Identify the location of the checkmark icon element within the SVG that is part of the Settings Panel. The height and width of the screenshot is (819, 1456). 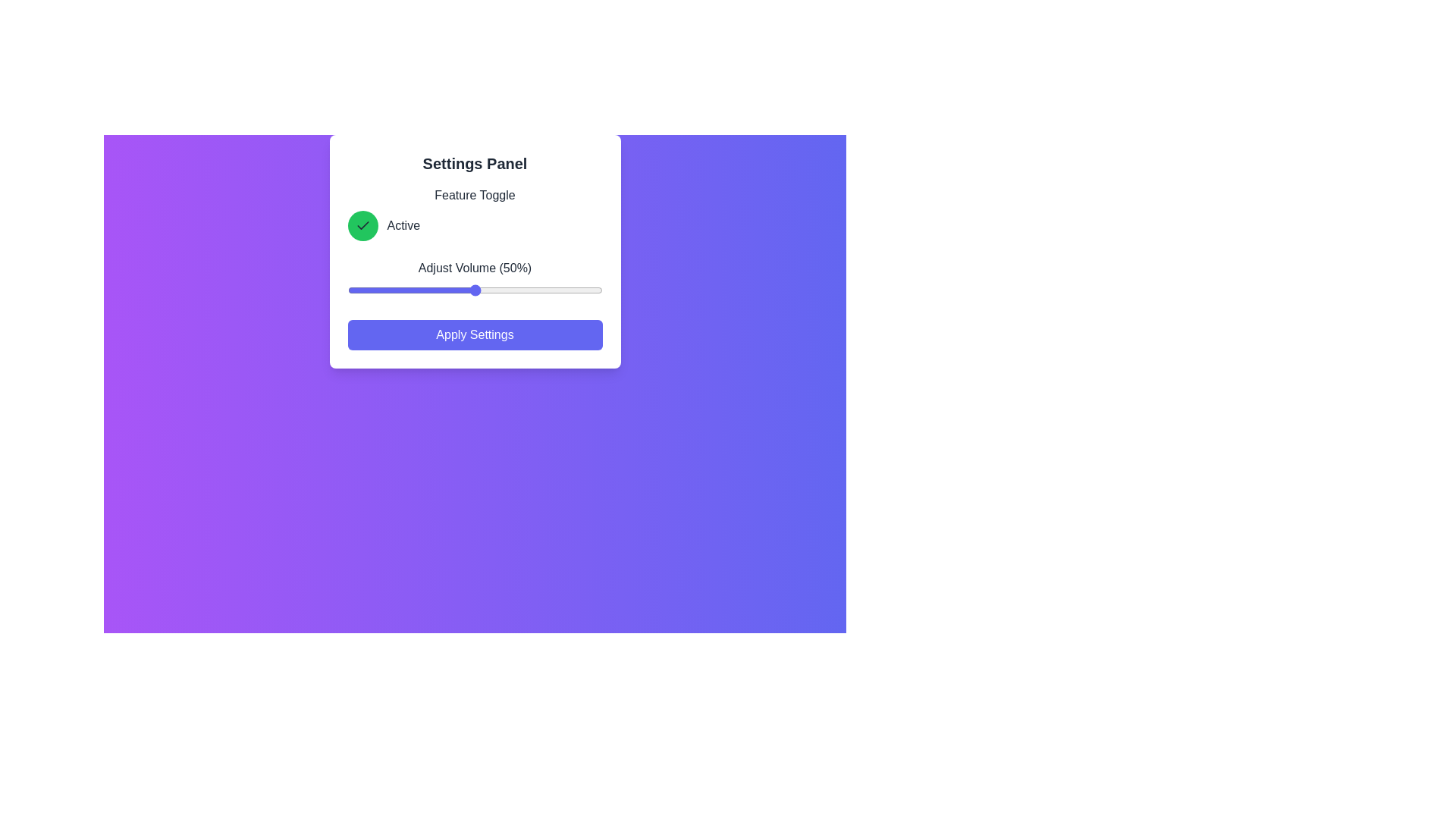
(362, 225).